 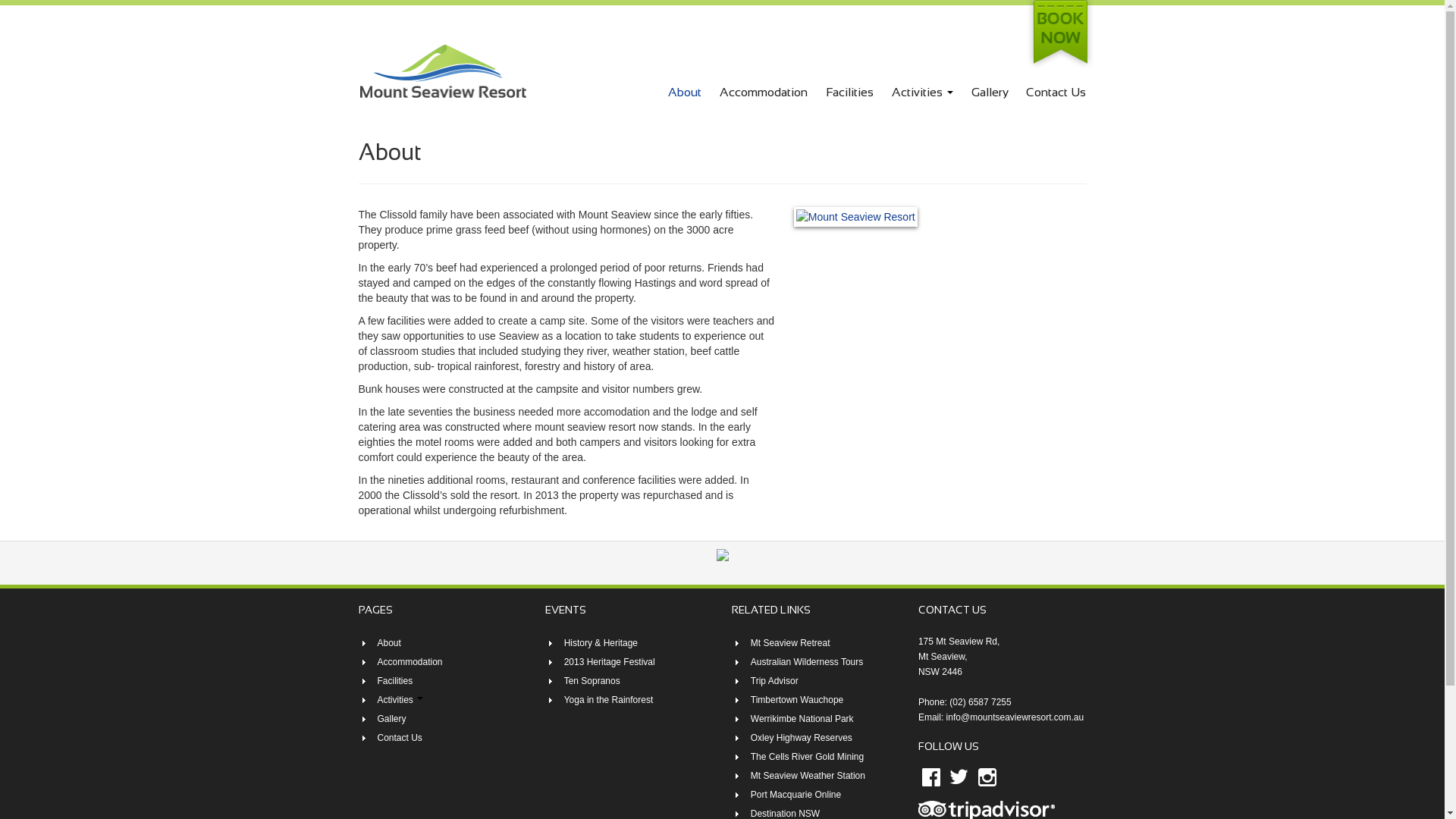 What do you see at coordinates (591, 680) in the screenshot?
I see `'Ten Sopranos'` at bounding box center [591, 680].